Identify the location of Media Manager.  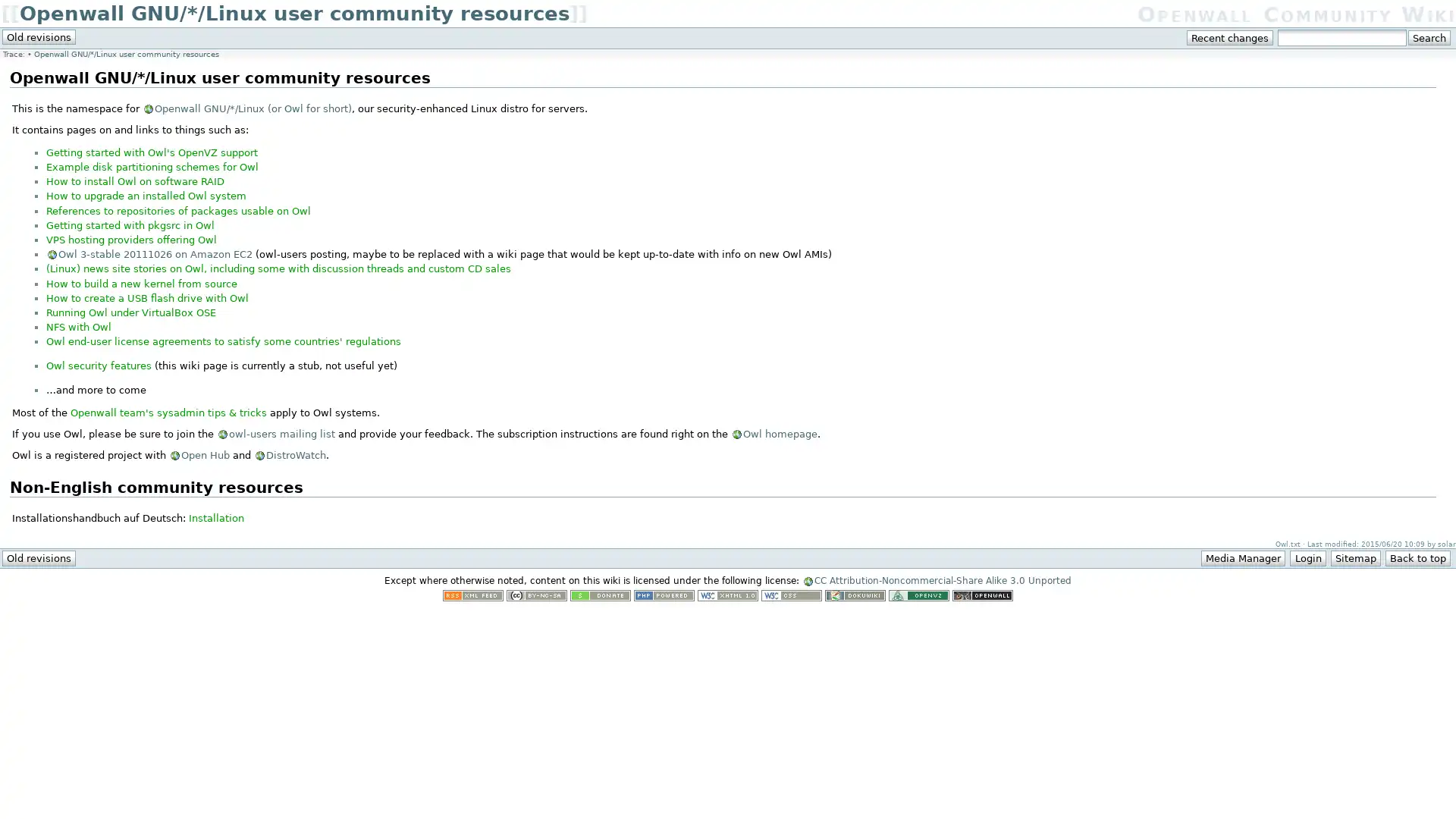
(1243, 558).